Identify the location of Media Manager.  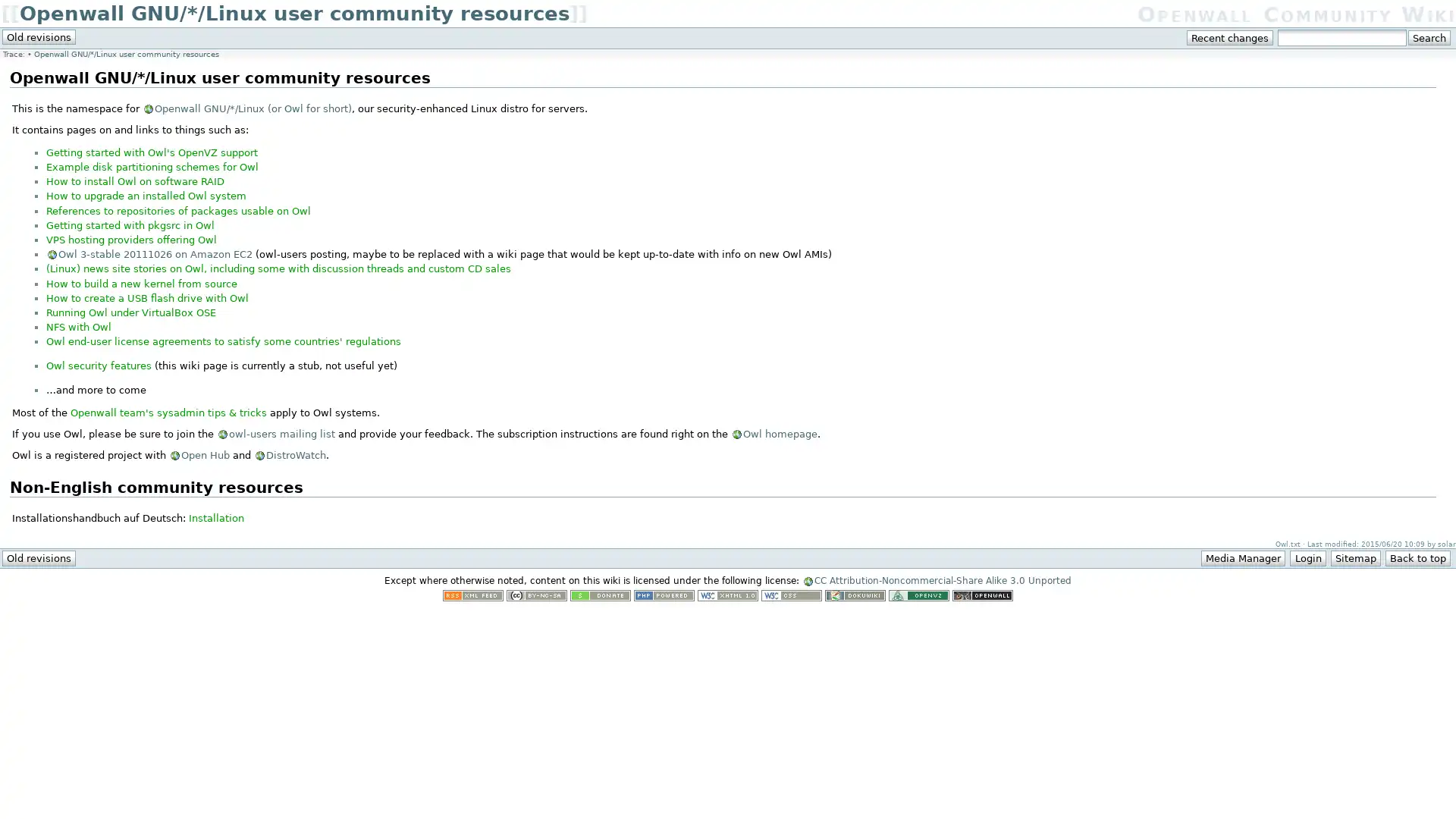
(1243, 558).